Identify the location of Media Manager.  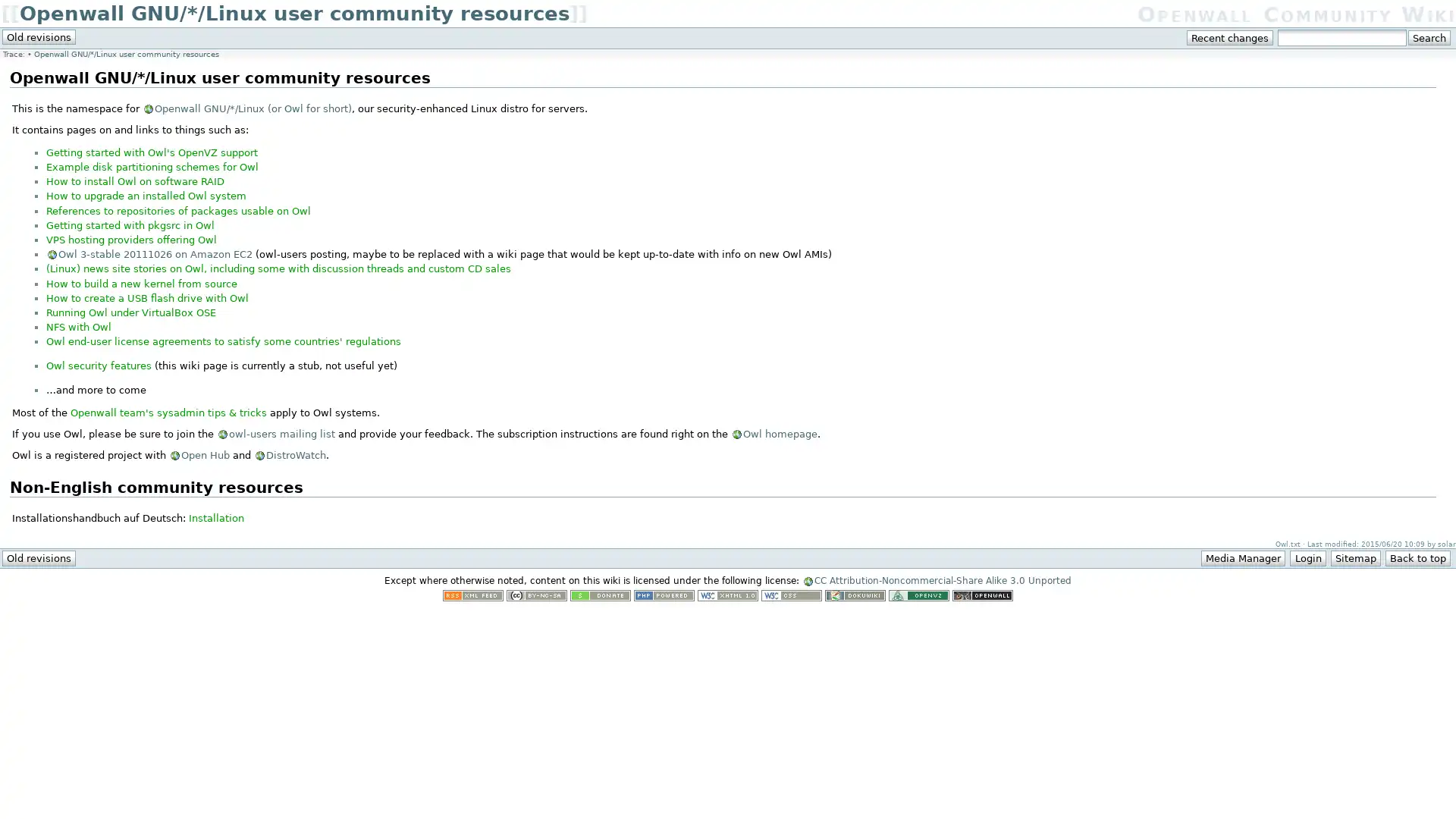
(1243, 558).